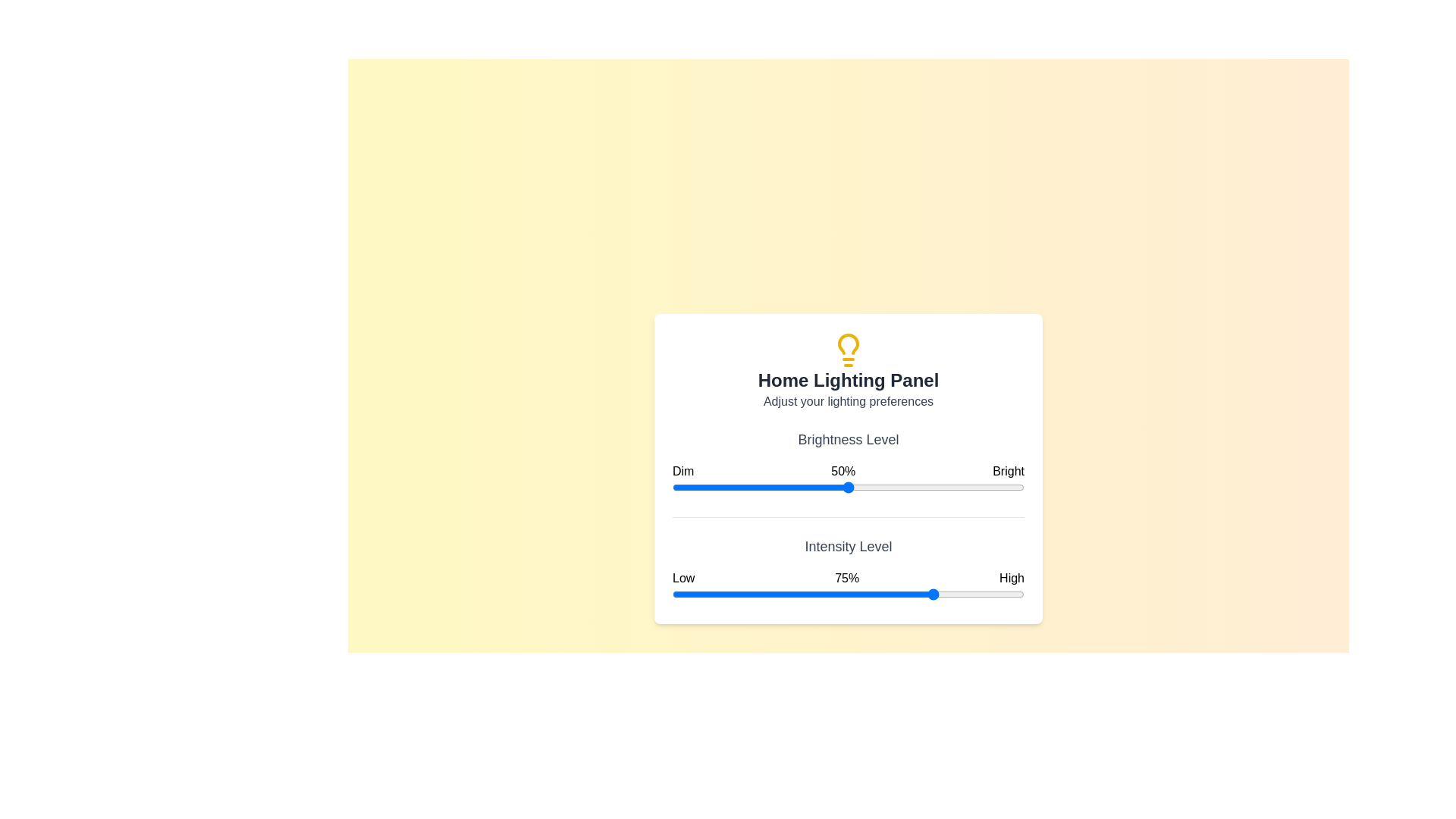  Describe the element at coordinates (858, 593) in the screenshot. I see `the intensity level` at that location.